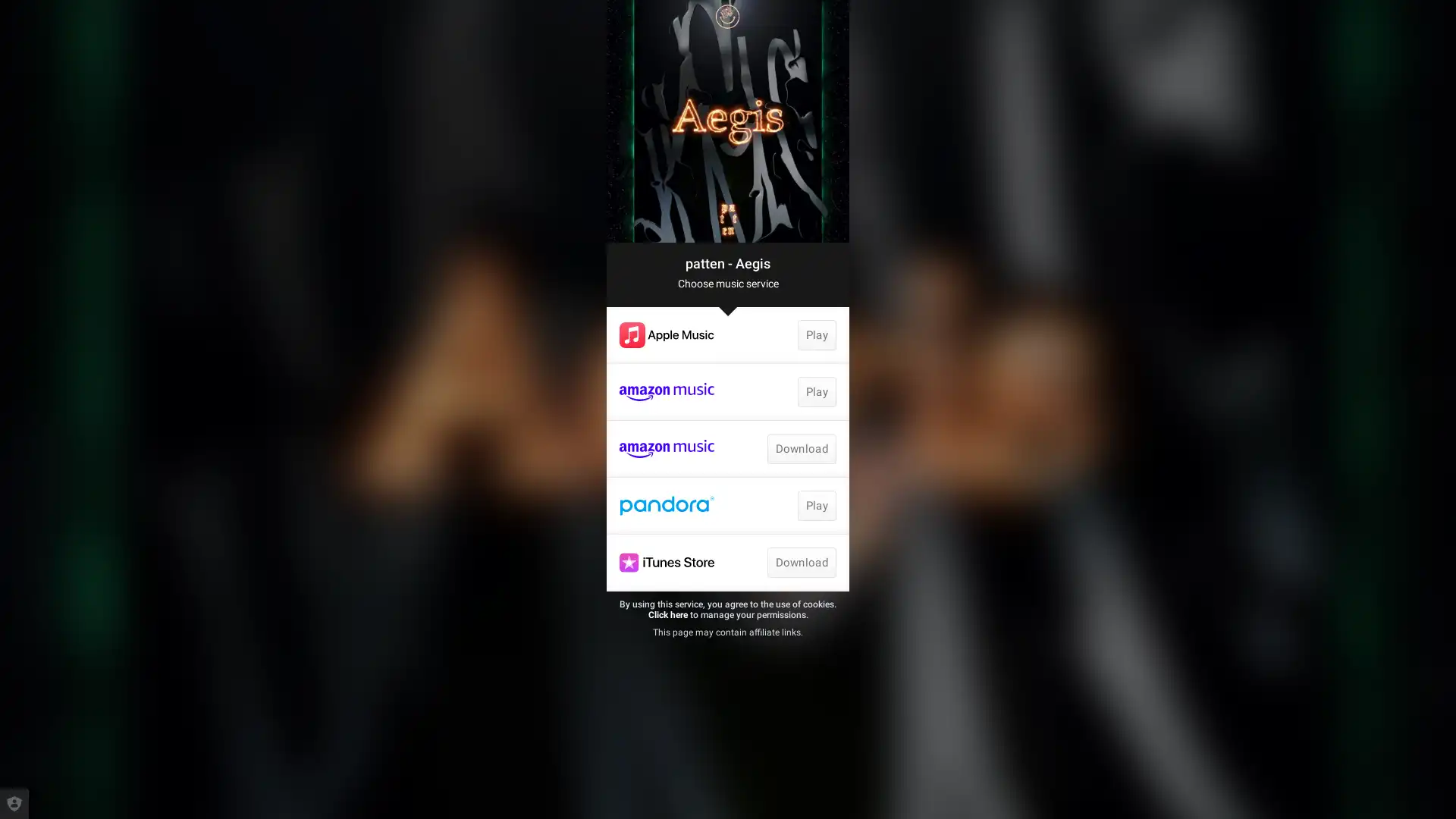 The width and height of the screenshot is (1456, 819). I want to click on Download, so click(800, 447).